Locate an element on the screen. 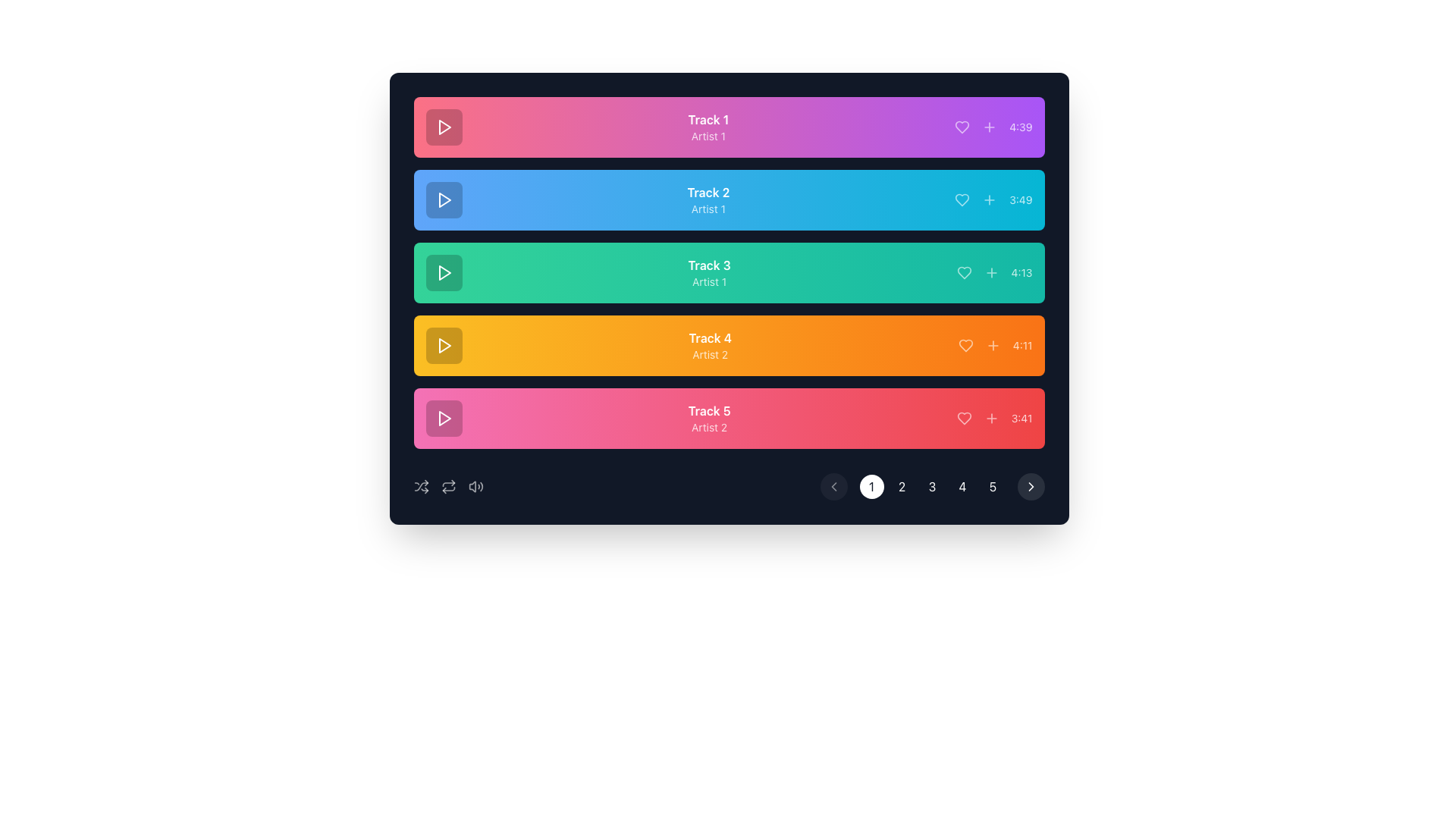 The width and height of the screenshot is (1456, 819). text label displaying 'Artist 2', which is styled in white text with 80% opacity and located below 'Track 5' in a pink-to-red gradient background is located at coordinates (708, 427).